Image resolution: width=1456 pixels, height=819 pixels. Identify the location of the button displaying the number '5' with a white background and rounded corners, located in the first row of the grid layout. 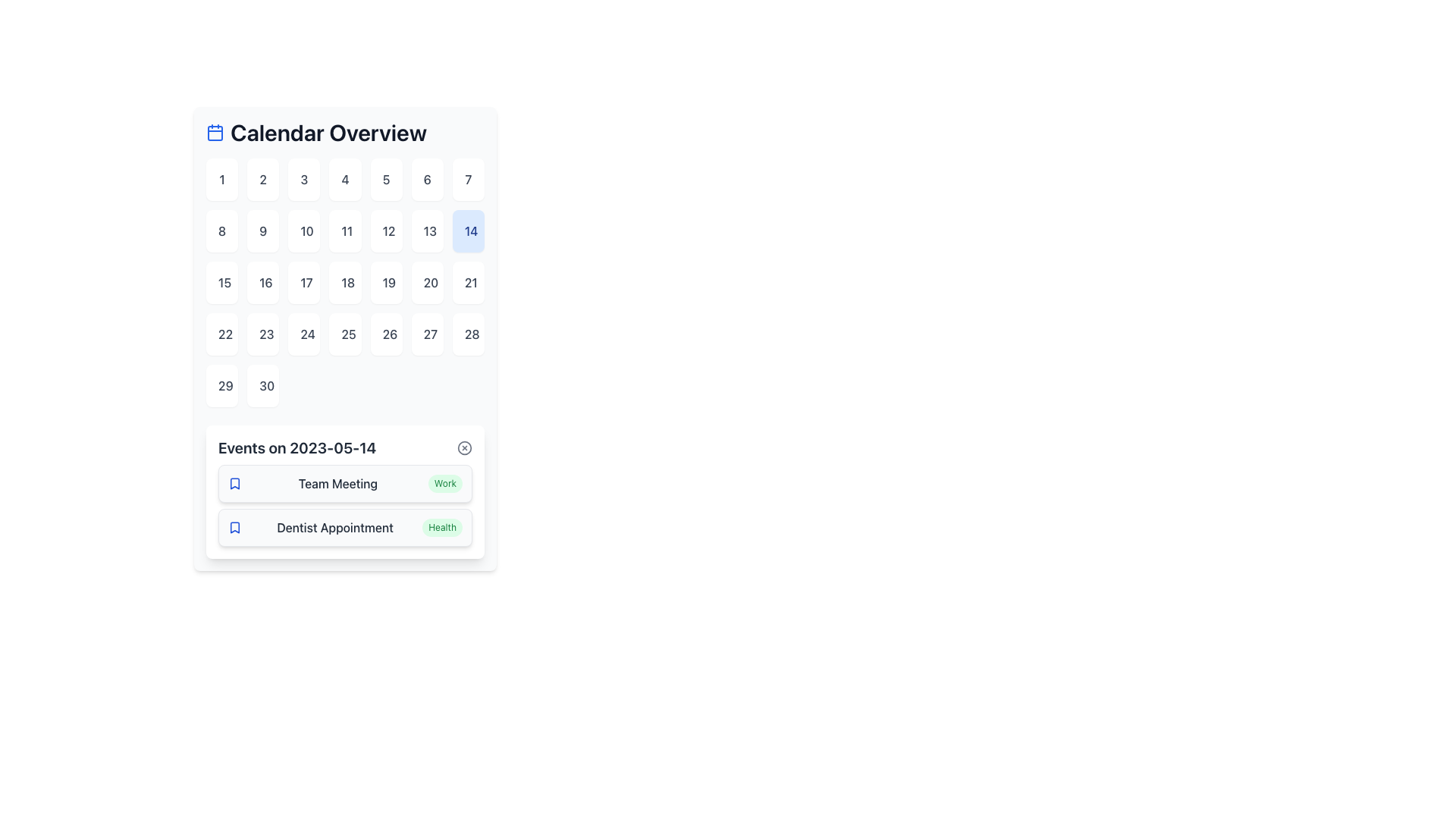
(386, 178).